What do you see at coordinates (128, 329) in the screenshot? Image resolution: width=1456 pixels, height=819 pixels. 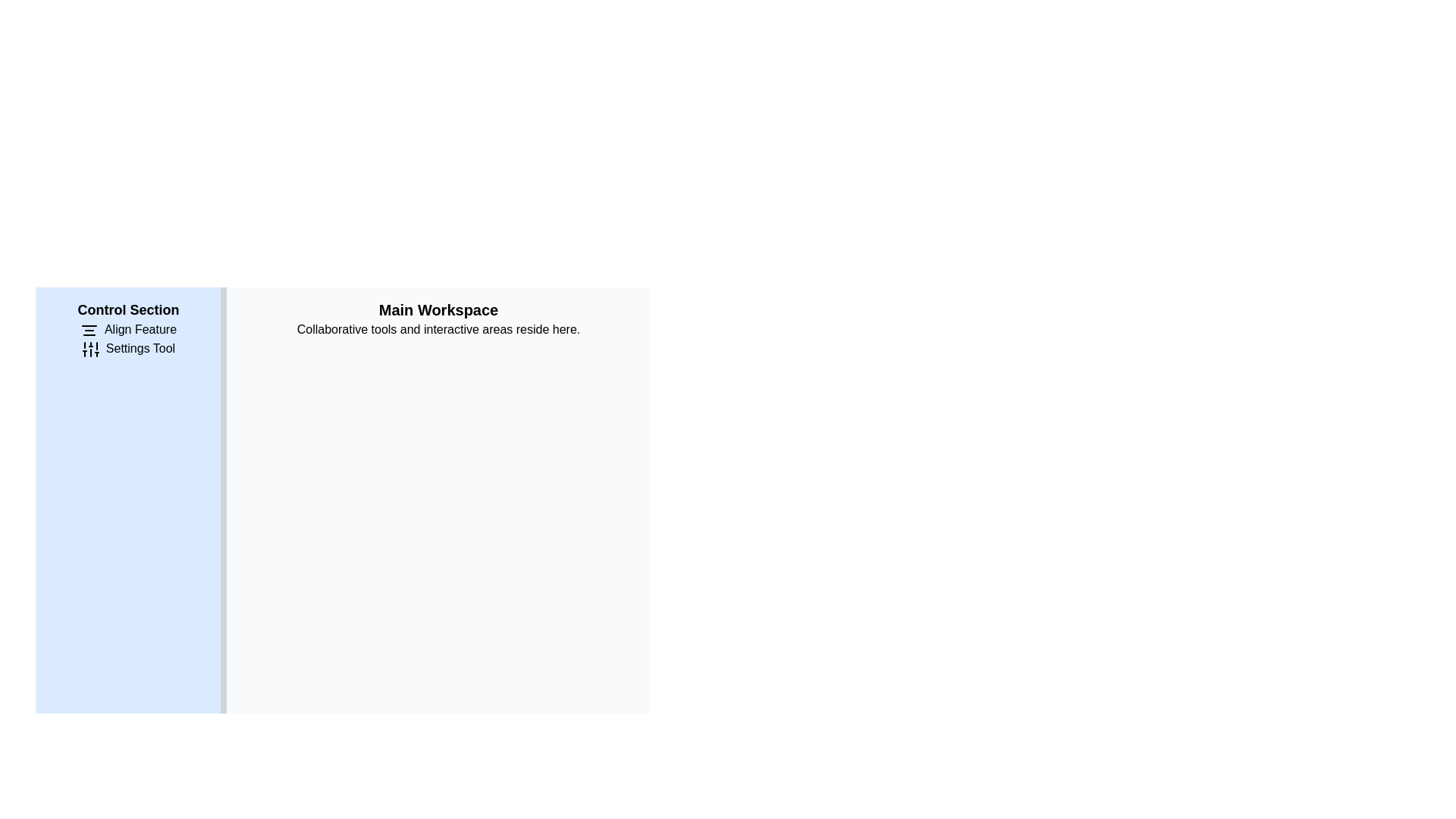 I see `the first menu item in the 'Control Section' panel` at bounding box center [128, 329].